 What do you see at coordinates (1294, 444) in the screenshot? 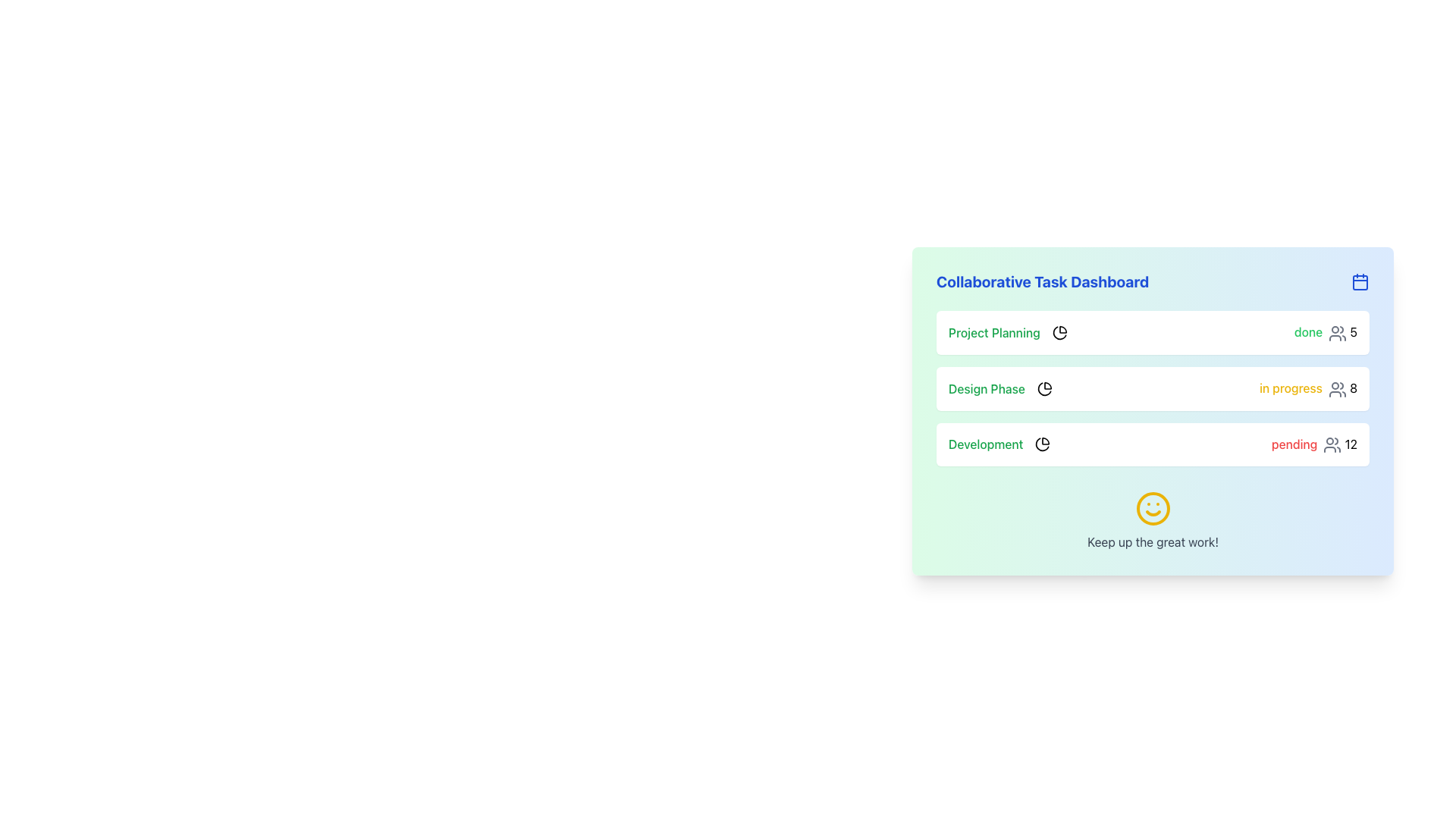
I see `the text label indicating the current status of the corresponding item as 'pending', located in the 'Development' section of the dashboard interface, adjacent to the user count icon` at bounding box center [1294, 444].